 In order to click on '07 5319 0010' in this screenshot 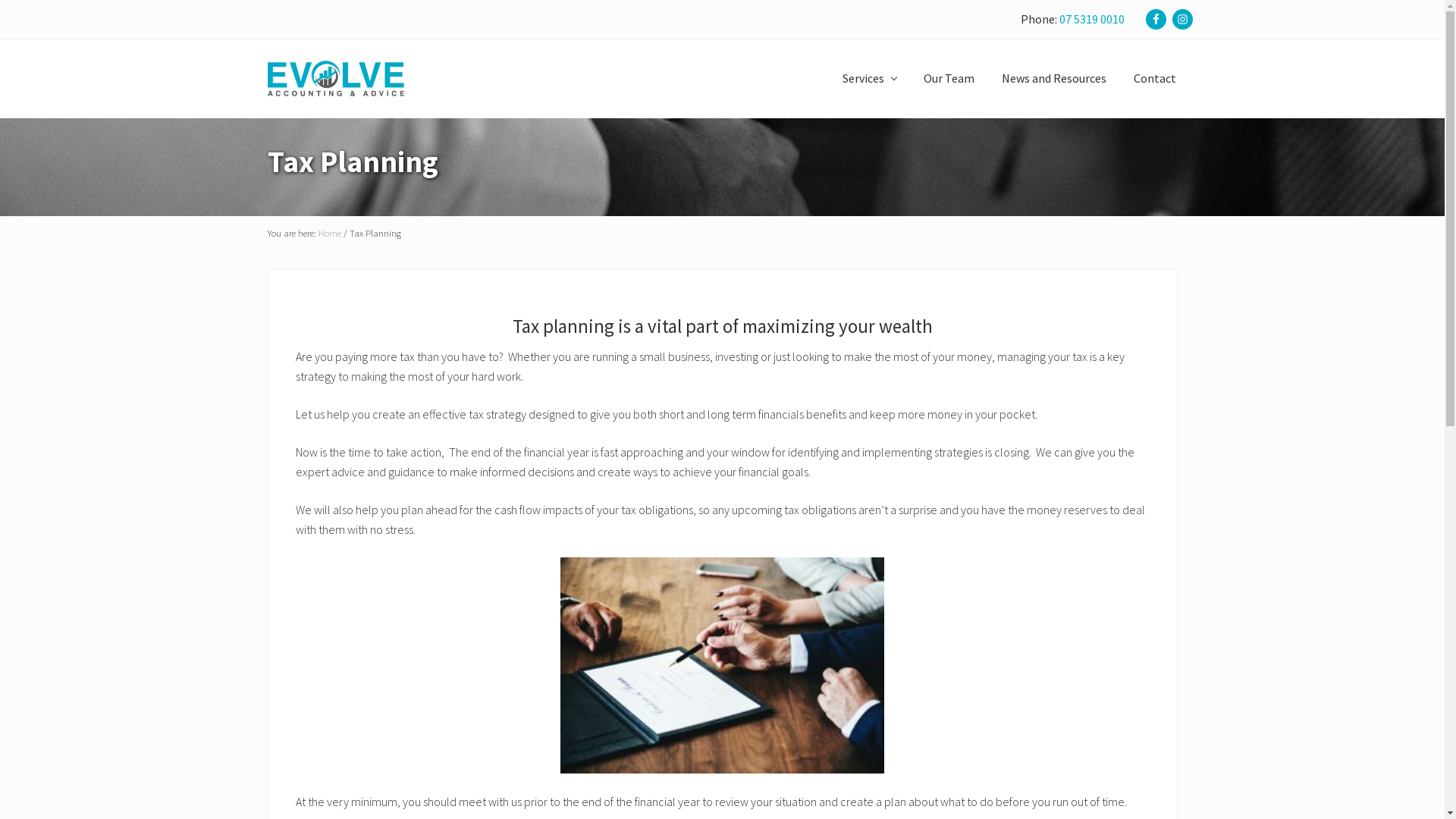, I will do `click(1090, 18)`.